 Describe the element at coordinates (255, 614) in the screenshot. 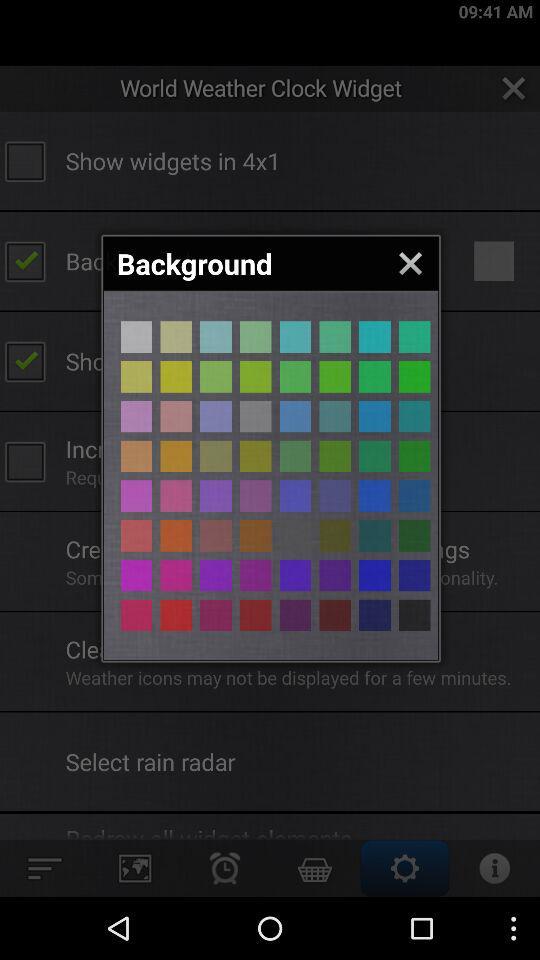

I see `background colir` at that location.